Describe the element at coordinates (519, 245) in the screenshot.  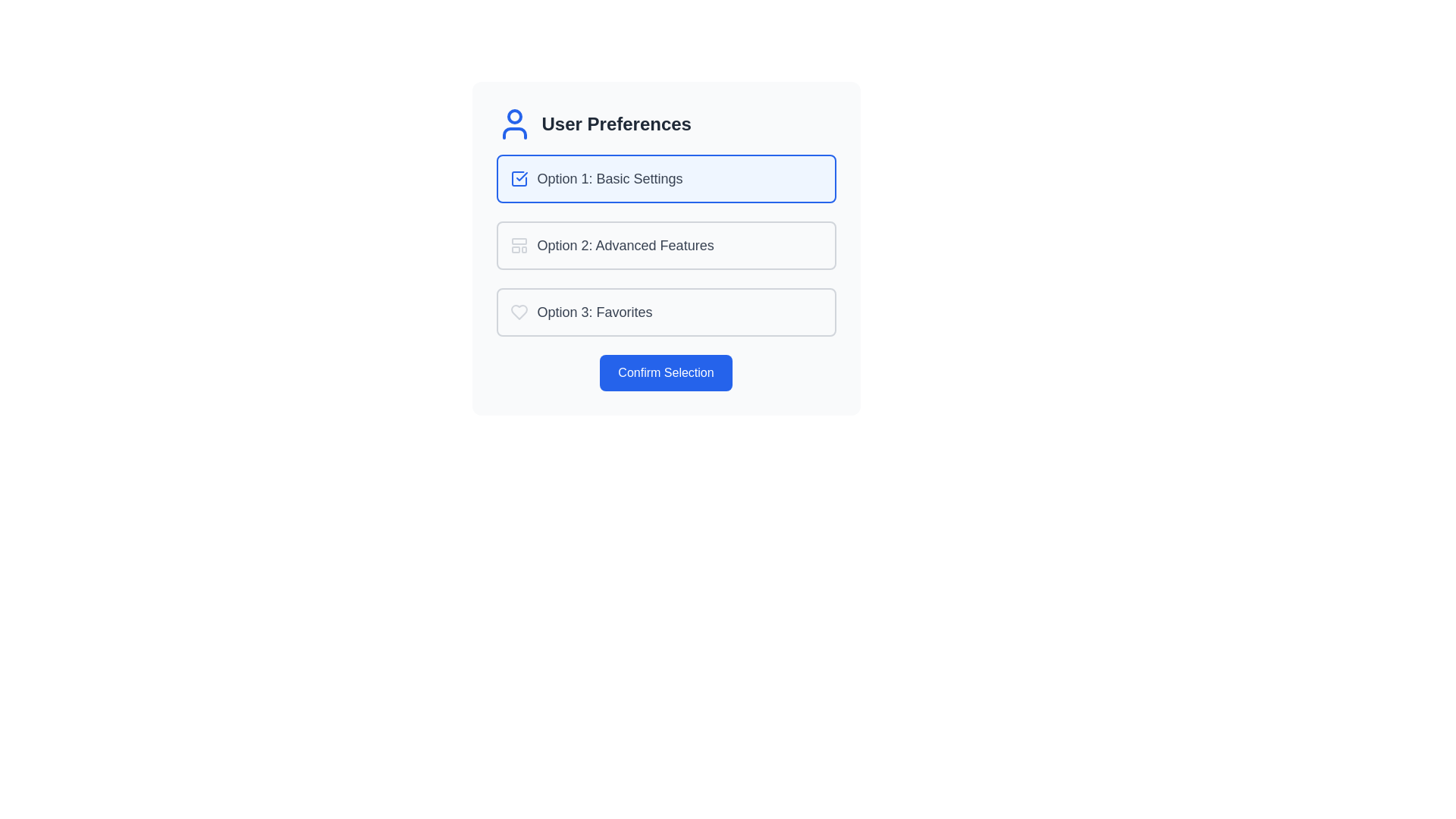
I see `the non-interactive SVG graphical icon representing 'Option 2: Advanced Features', located to the left of the corresponding text` at that location.